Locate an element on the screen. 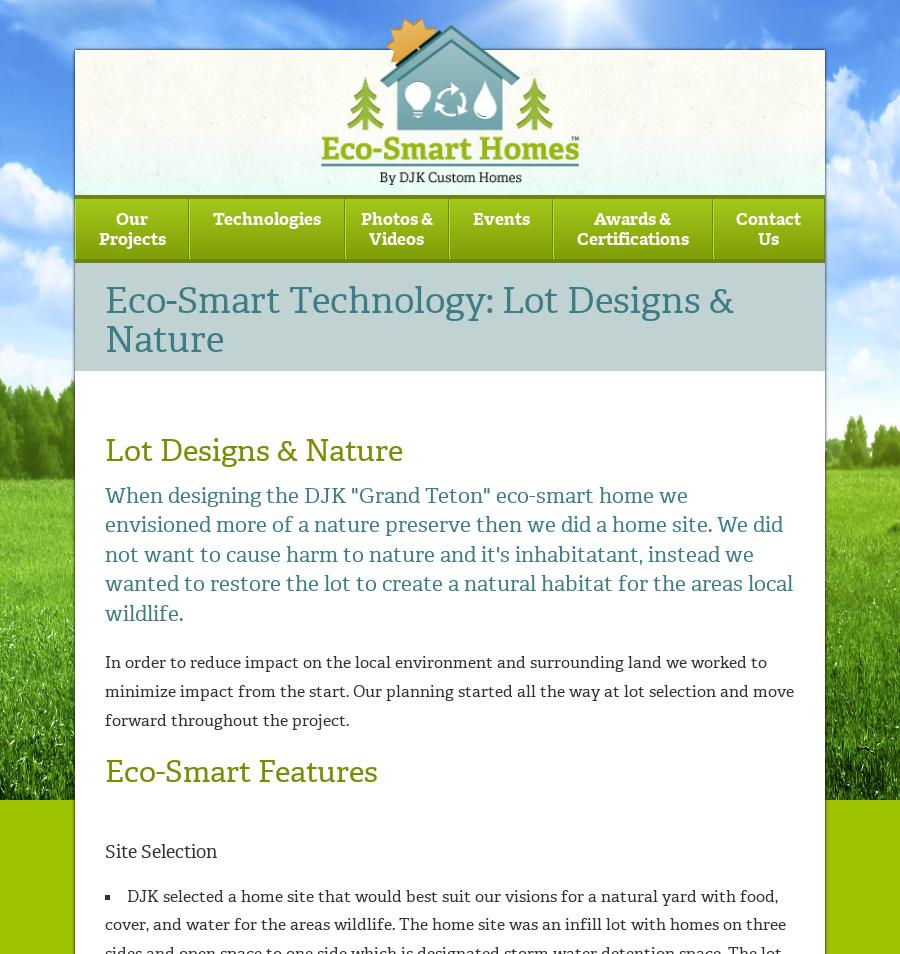 This screenshot has width=900, height=954. 'Awards & Certifications' is located at coordinates (631, 227).